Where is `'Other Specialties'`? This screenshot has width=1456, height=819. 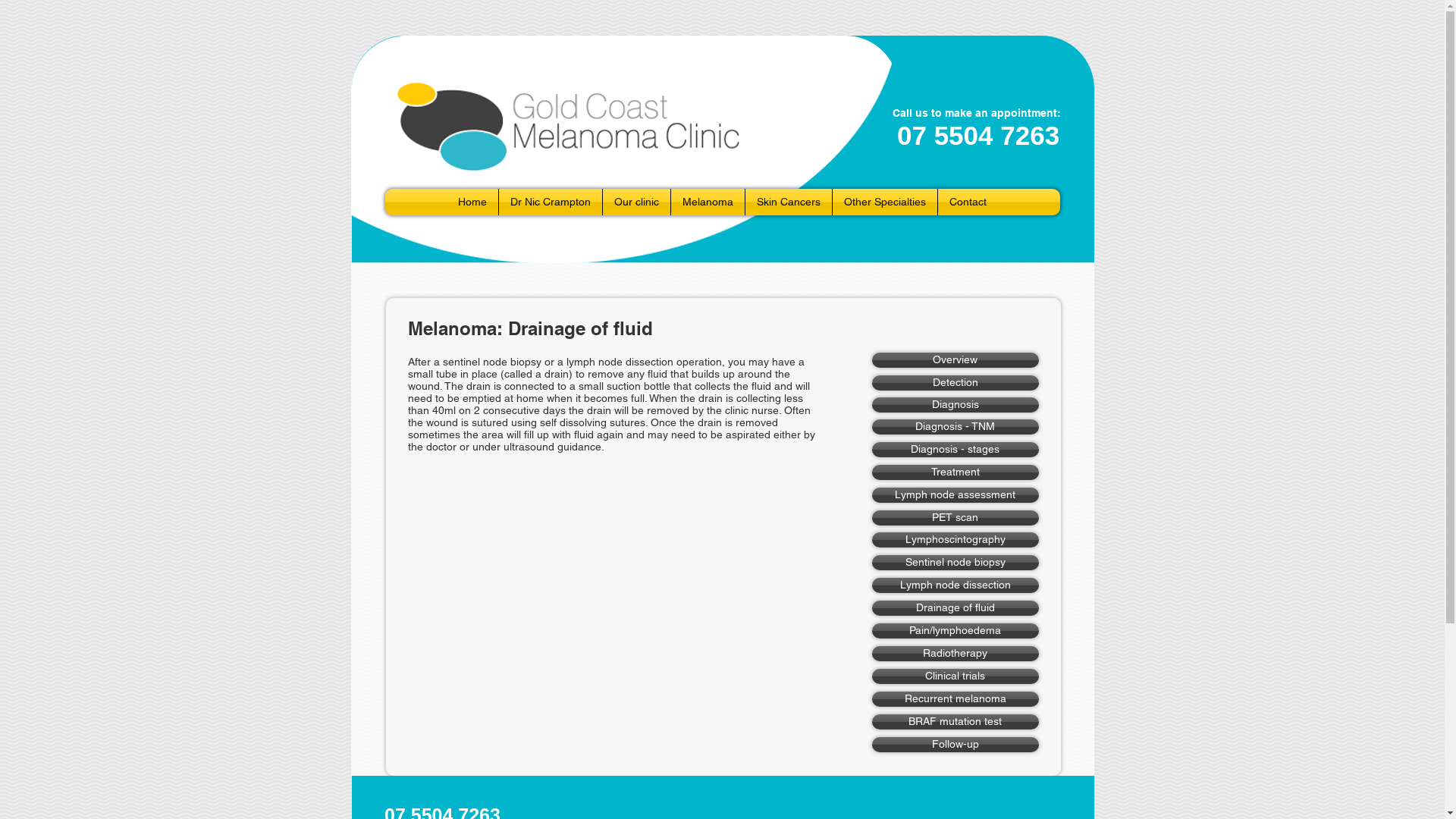 'Other Specialties' is located at coordinates (884, 201).